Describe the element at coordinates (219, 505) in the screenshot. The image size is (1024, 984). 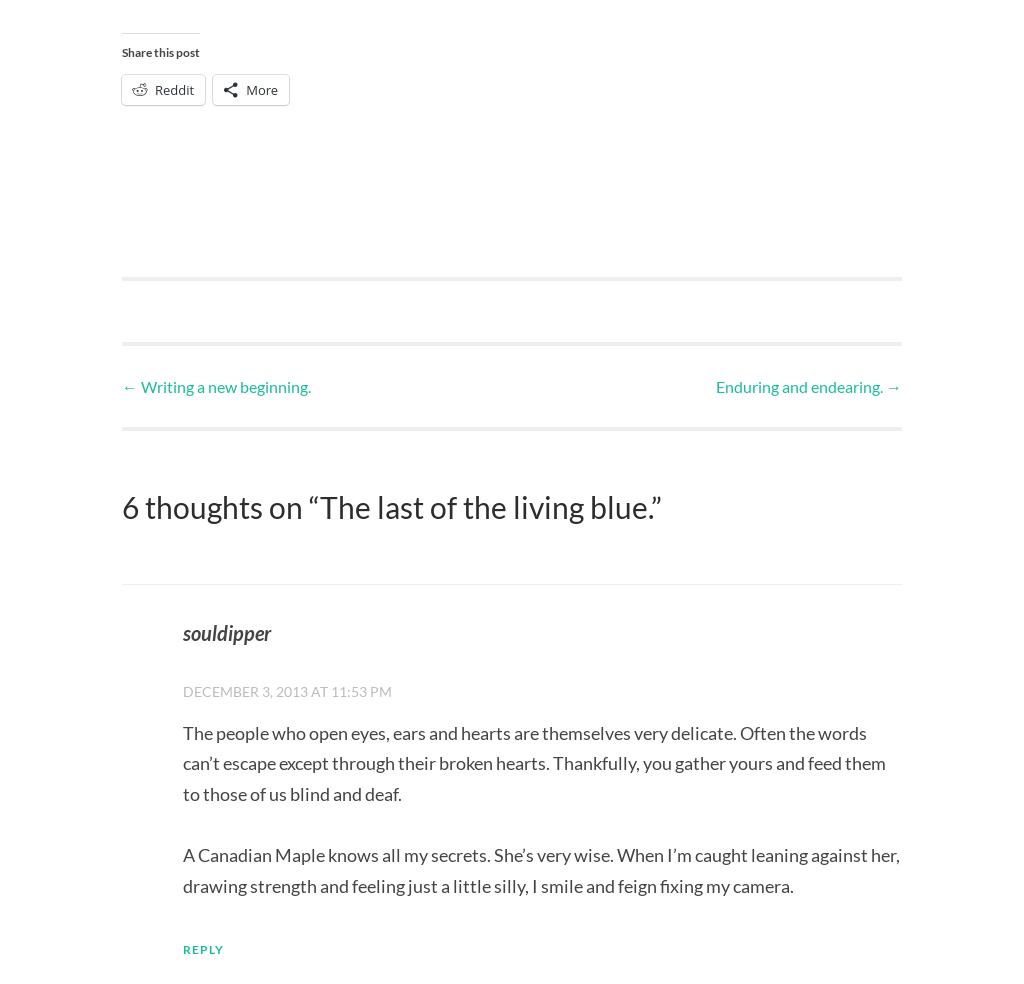
I see `'6 thoughts on “'` at that location.